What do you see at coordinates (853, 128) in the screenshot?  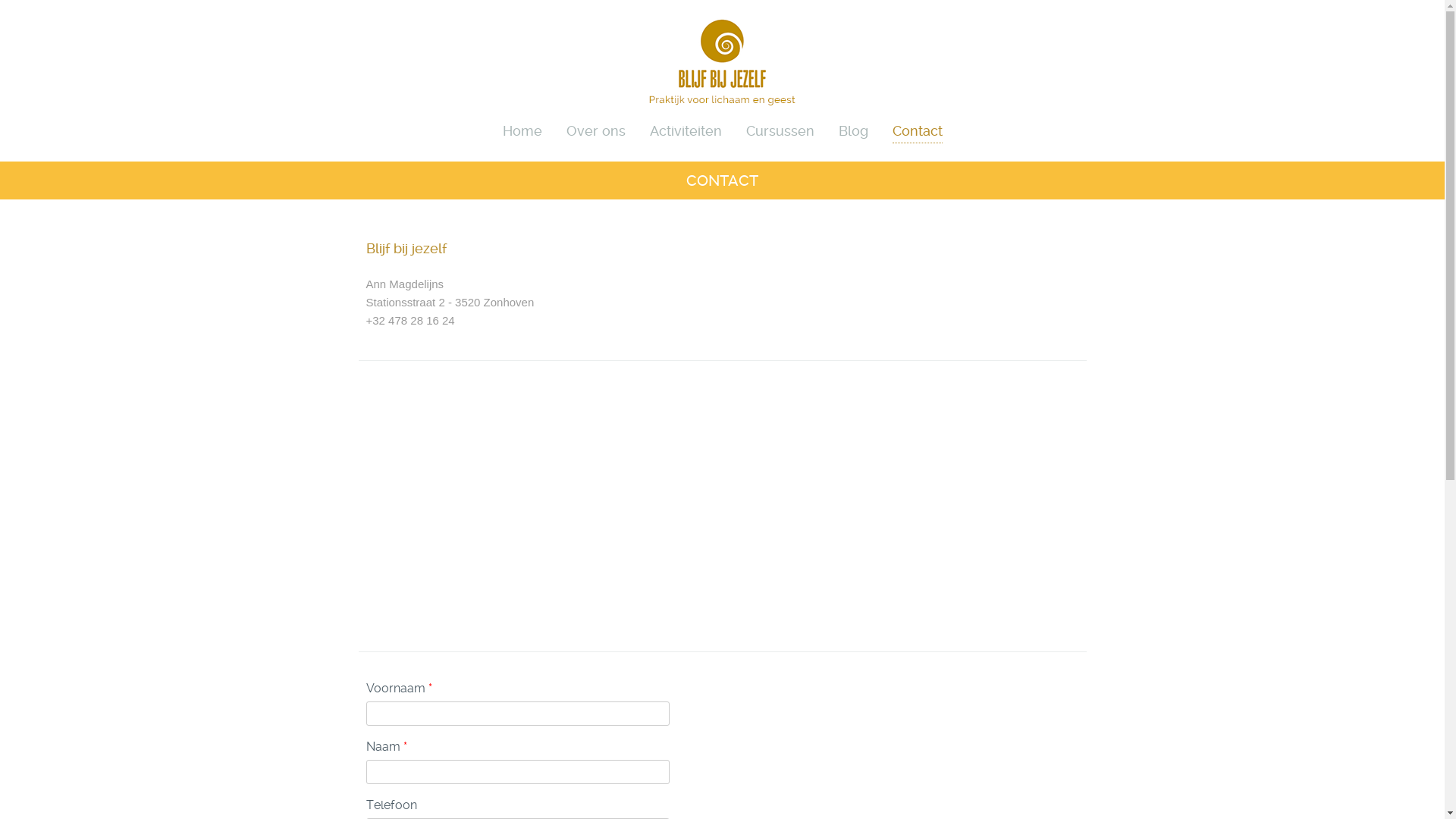 I see `'Blog'` at bounding box center [853, 128].